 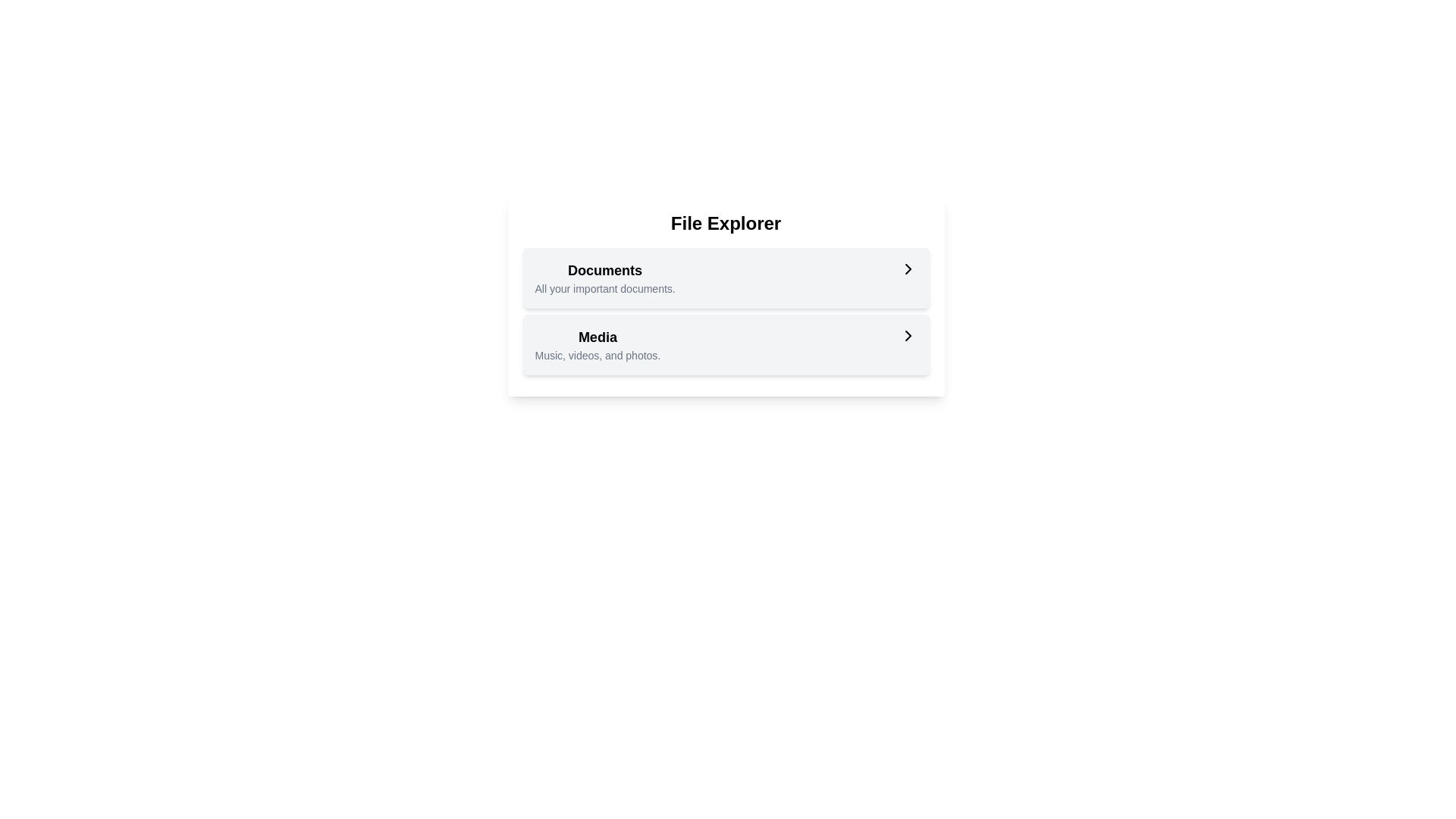 I want to click on the text block labeled 'Documents' which contains a bold header and a smaller subtext, so click(x=604, y=278).